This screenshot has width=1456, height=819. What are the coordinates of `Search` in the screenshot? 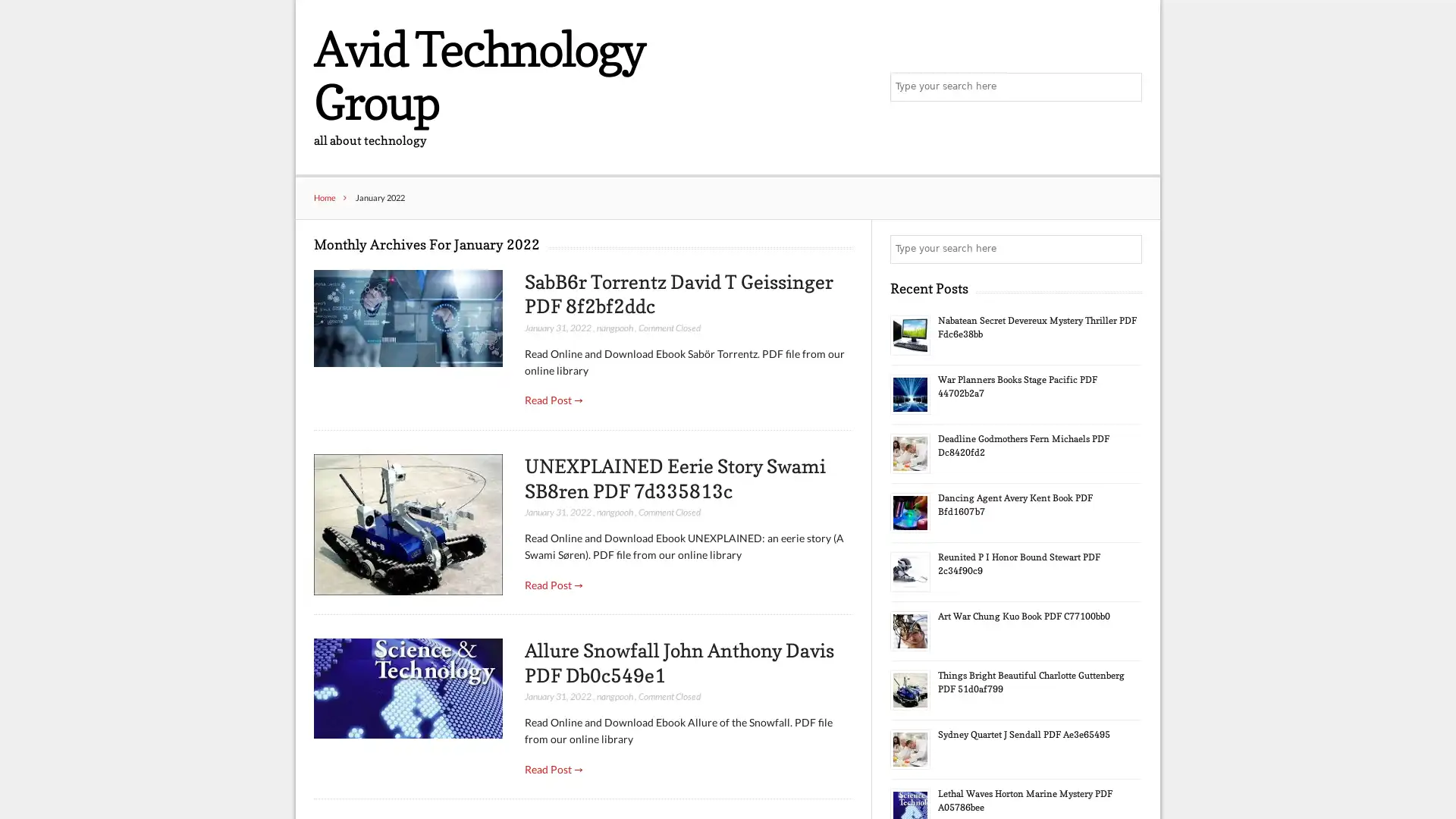 It's located at (1126, 249).